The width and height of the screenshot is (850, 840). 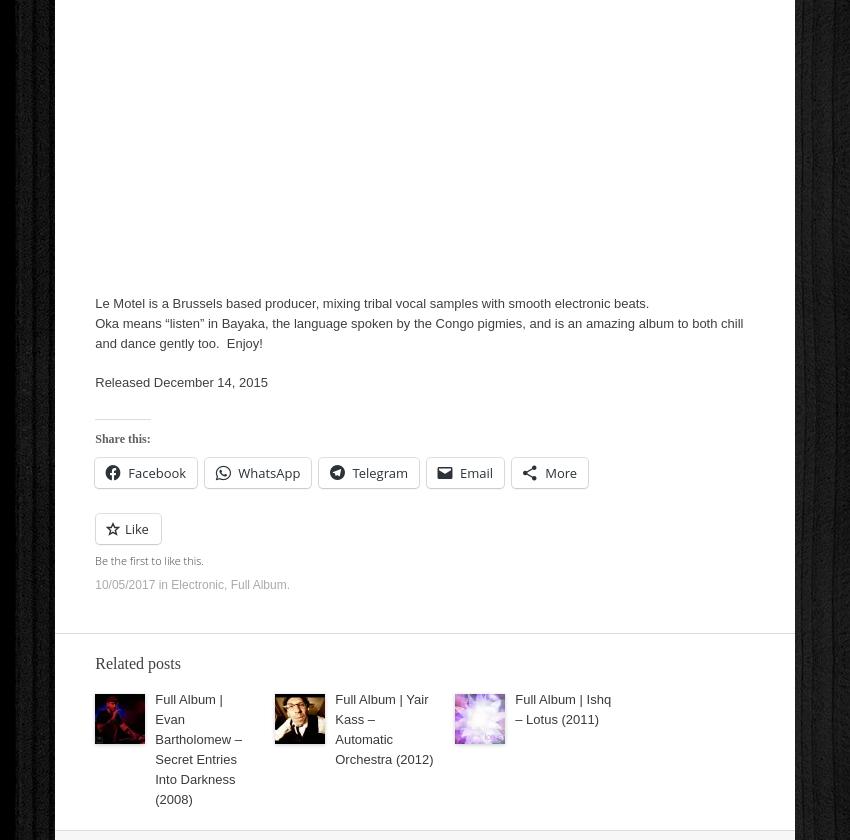 I want to click on ',', so click(x=227, y=584).